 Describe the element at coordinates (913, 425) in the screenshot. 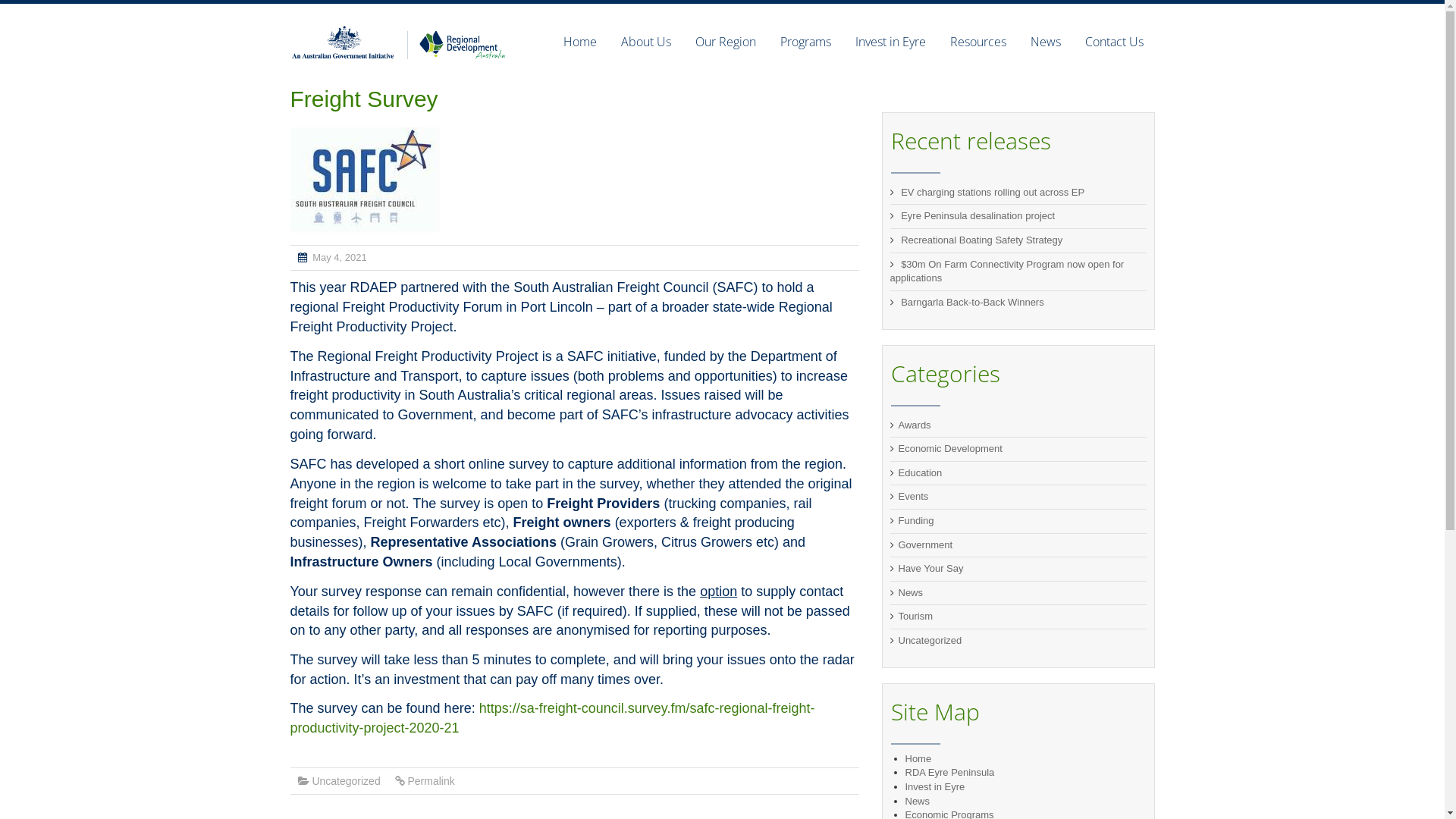

I see `'Awards'` at that location.